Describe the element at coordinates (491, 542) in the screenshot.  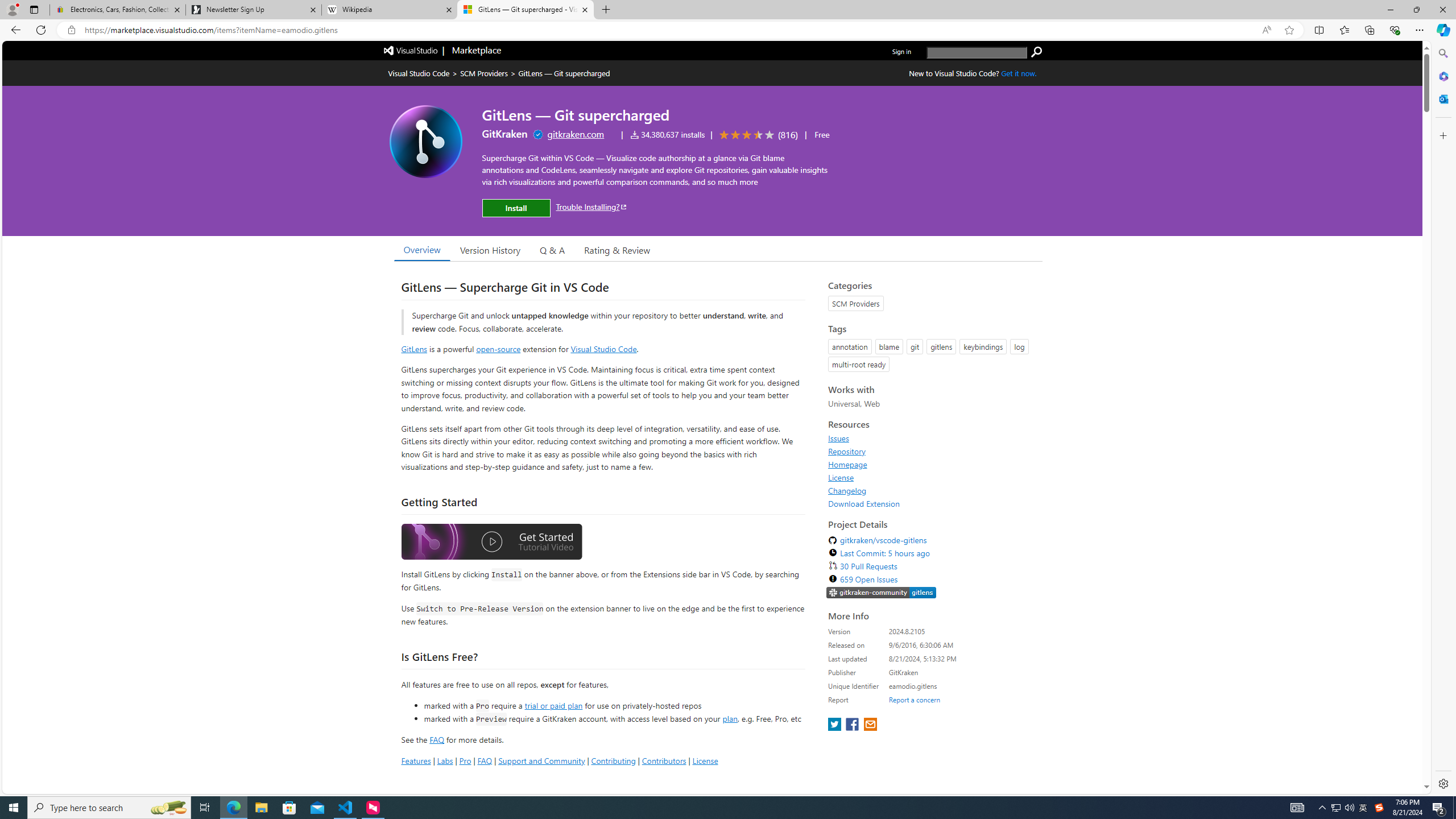
I see `'Watch the GitLens Getting Started video'` at that location.